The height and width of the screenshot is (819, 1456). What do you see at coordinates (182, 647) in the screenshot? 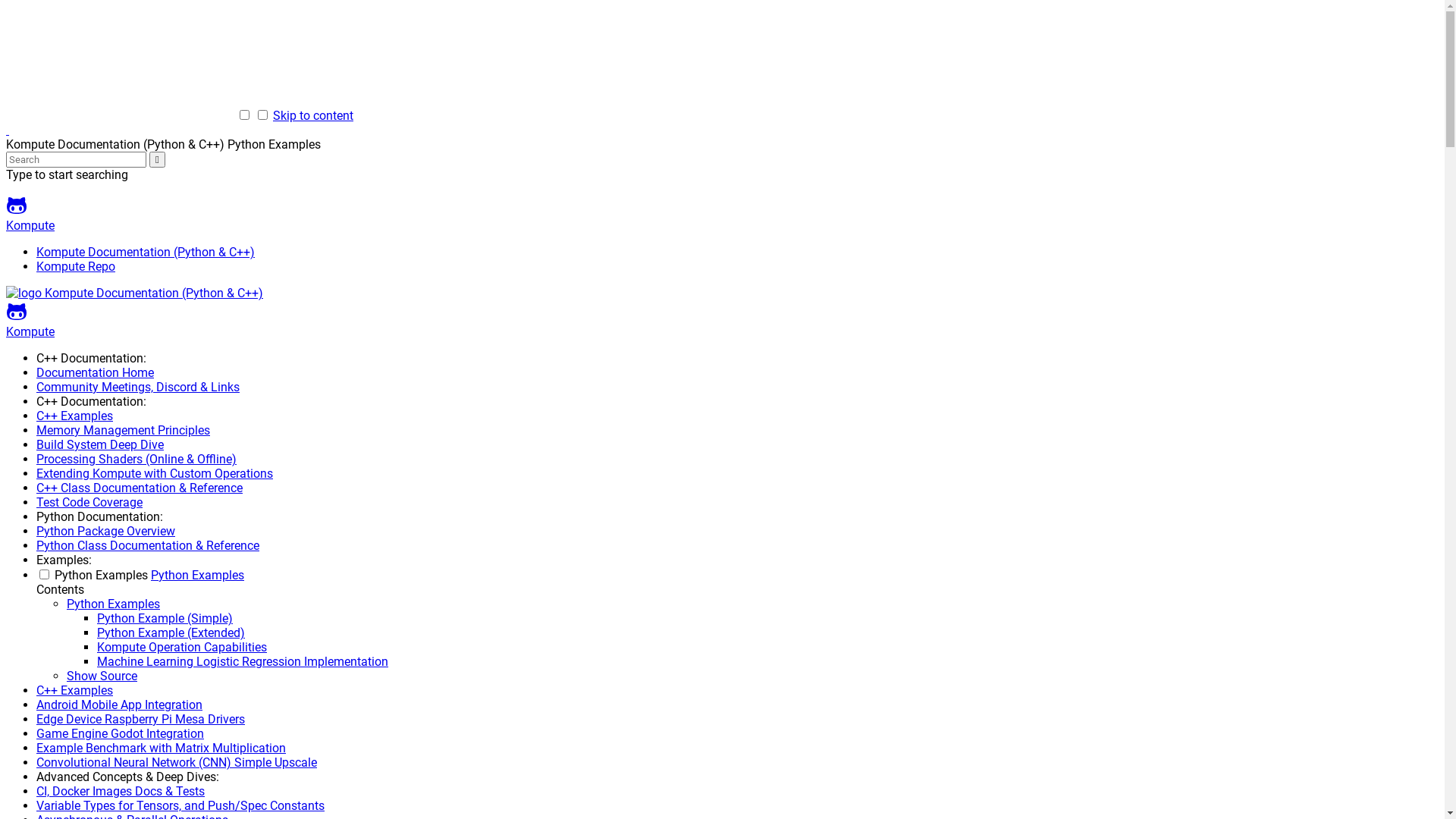
I see `'Kompute Operation Capabilities'` at bounding box center [182, 647].